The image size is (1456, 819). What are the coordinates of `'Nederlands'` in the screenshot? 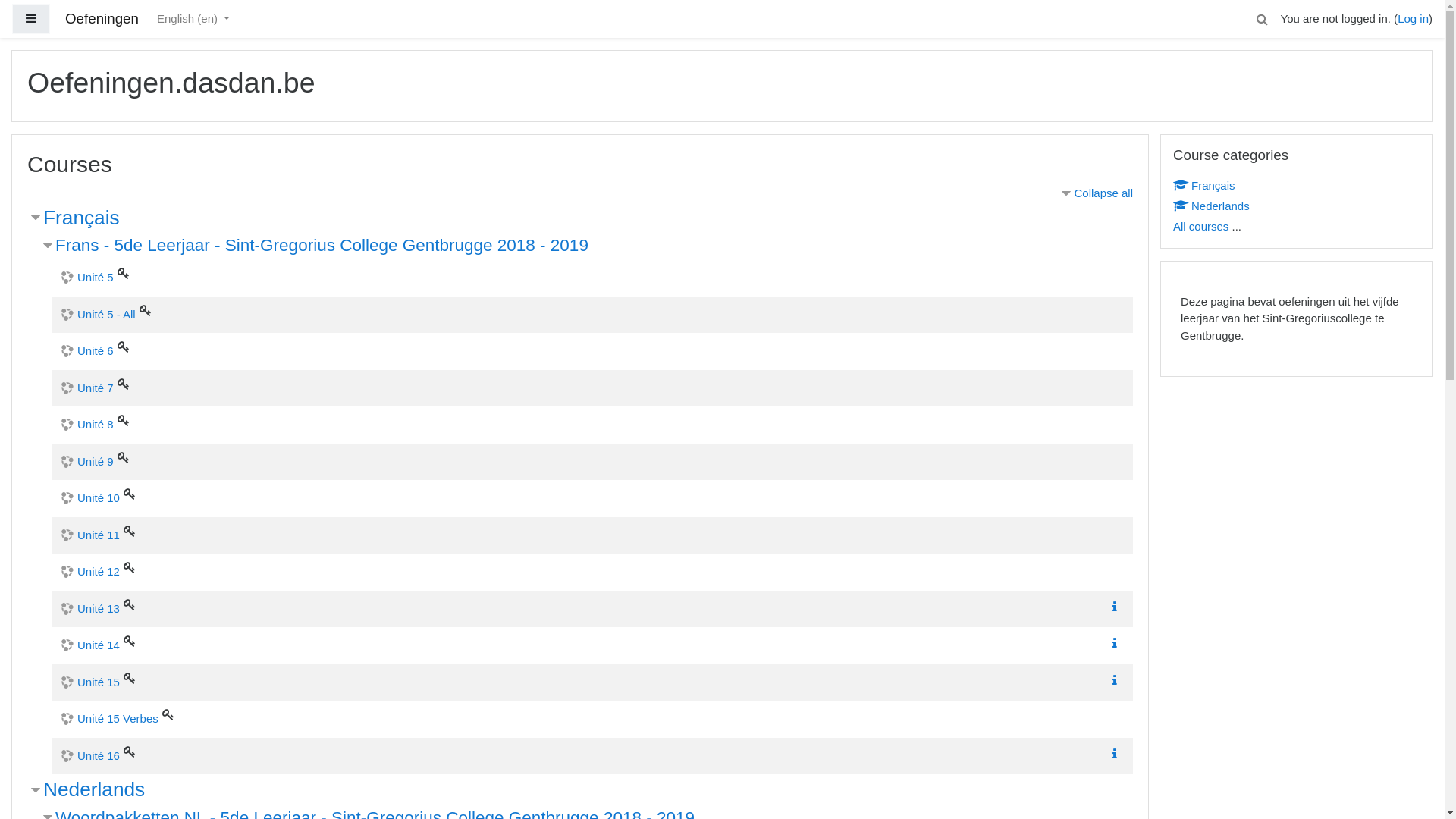 It's located at (93, 789).